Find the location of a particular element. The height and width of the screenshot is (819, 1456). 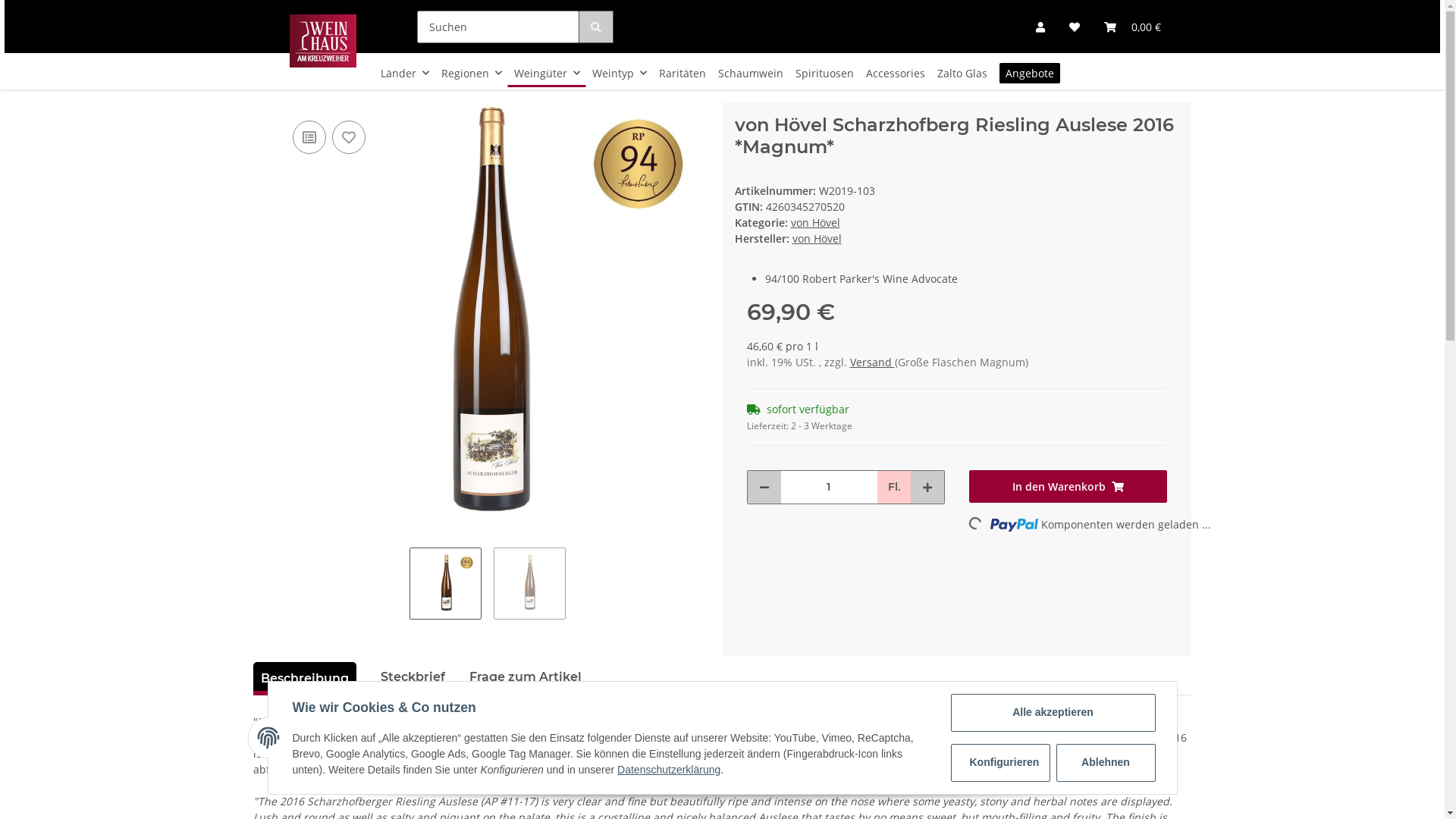

'In den Warenkorb' is located at coordinates (1067, 486).